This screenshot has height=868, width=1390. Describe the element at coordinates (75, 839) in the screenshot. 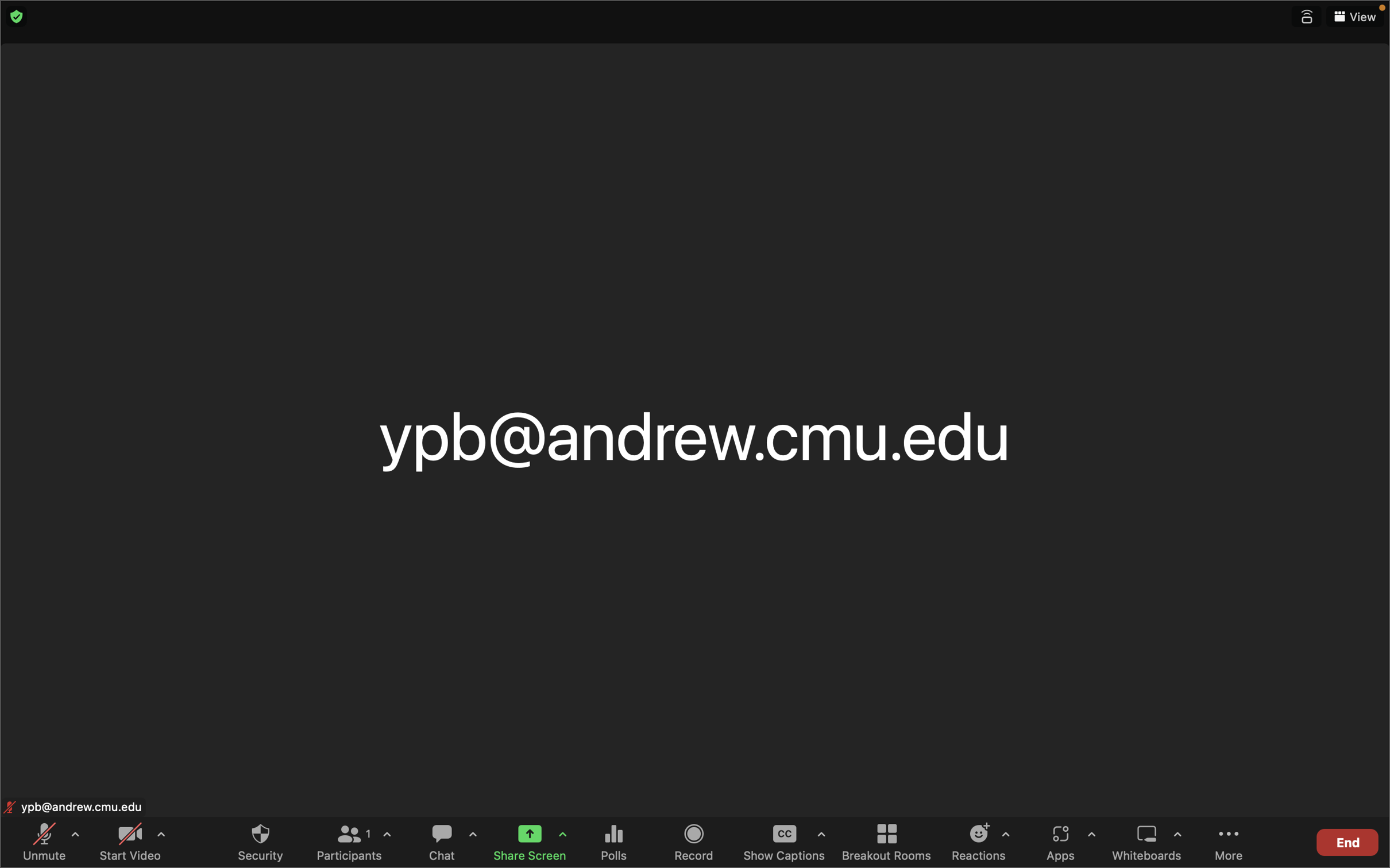

I see `the audio settings` at that location.